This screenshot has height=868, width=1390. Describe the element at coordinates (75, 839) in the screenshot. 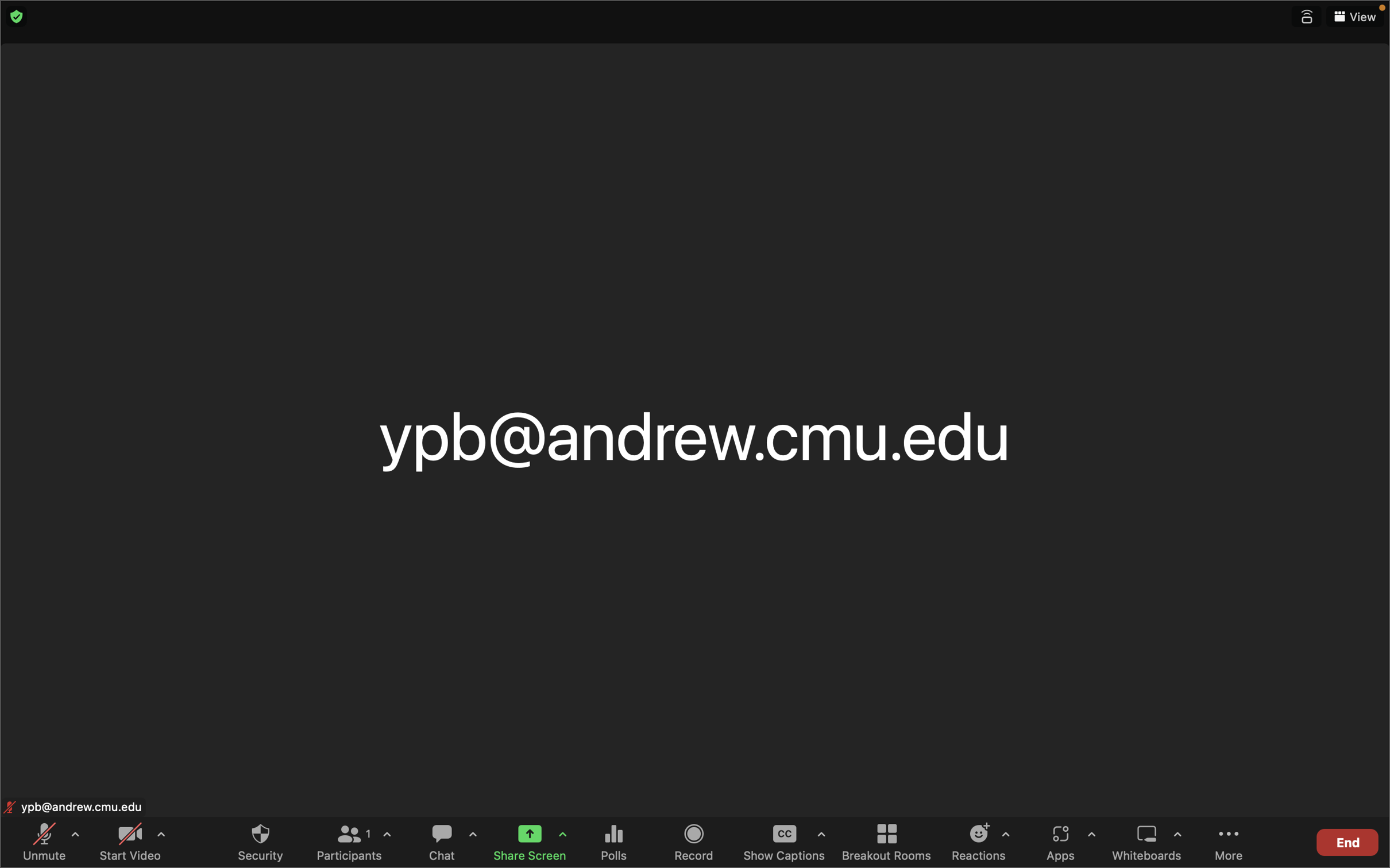

I see `the audio settings` at that location.